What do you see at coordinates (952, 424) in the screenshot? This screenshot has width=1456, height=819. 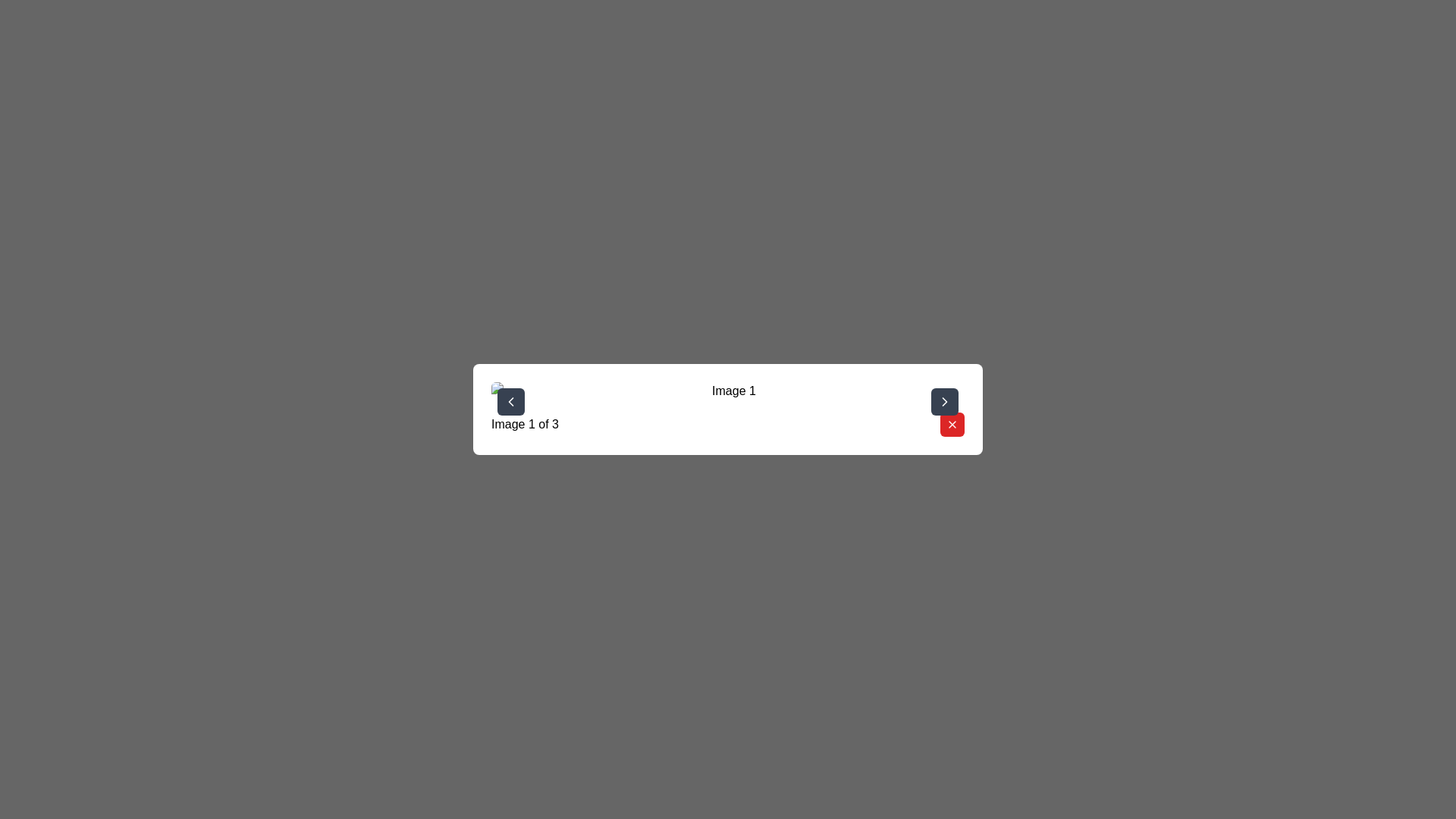 I see `the red button with a white 'X' icon, which is positioned to the right of the 'Image 1 of 3' text` at bounding box center [952, 424].